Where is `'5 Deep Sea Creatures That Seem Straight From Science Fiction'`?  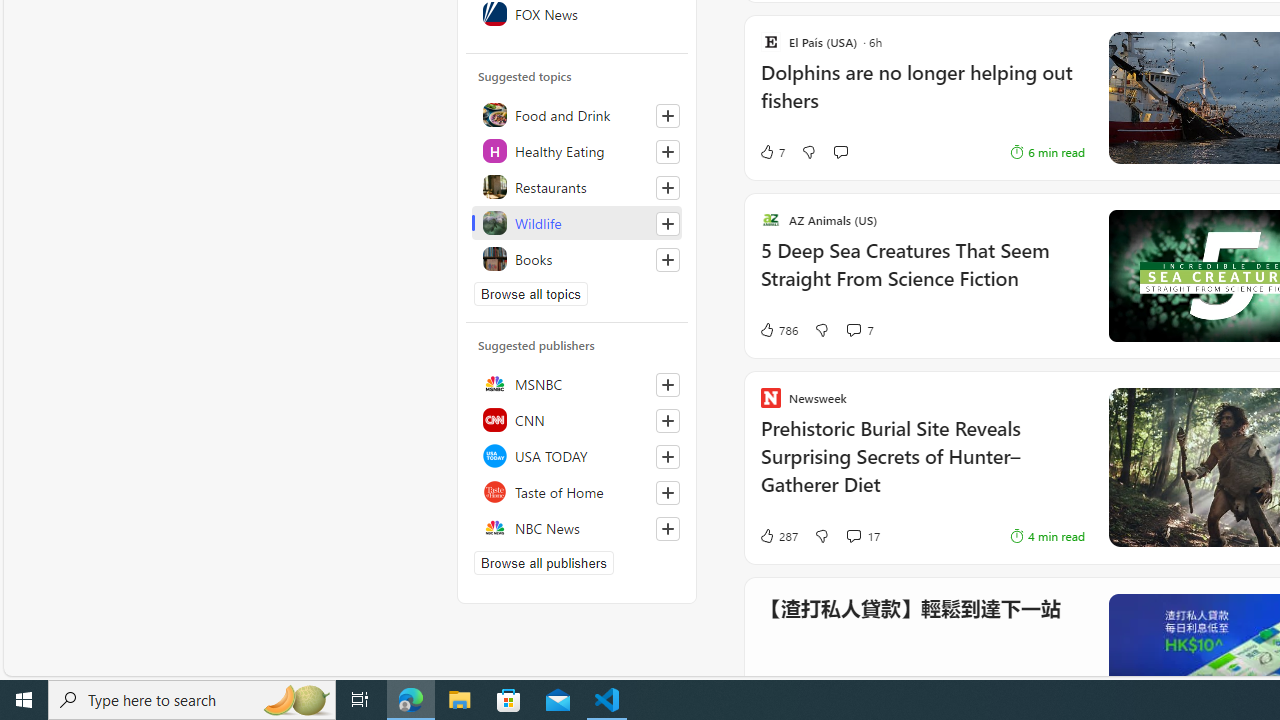
'5 Deep Sea Creatures That Seem Straight From Science Fiction' is located at coordinates (921, 275).